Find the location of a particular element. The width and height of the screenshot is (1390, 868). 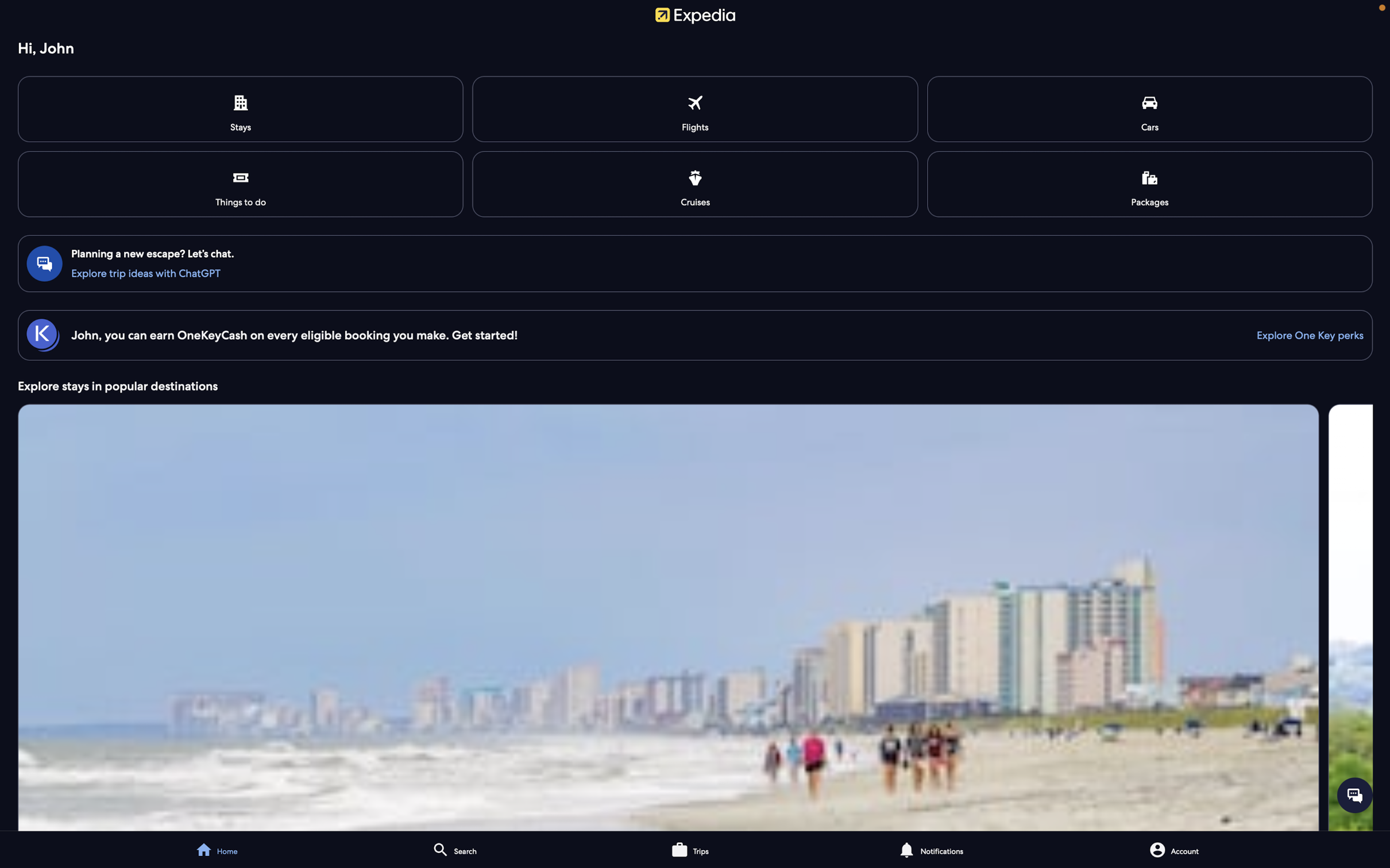

View and book available packages is located at coordinates (1149, 183).